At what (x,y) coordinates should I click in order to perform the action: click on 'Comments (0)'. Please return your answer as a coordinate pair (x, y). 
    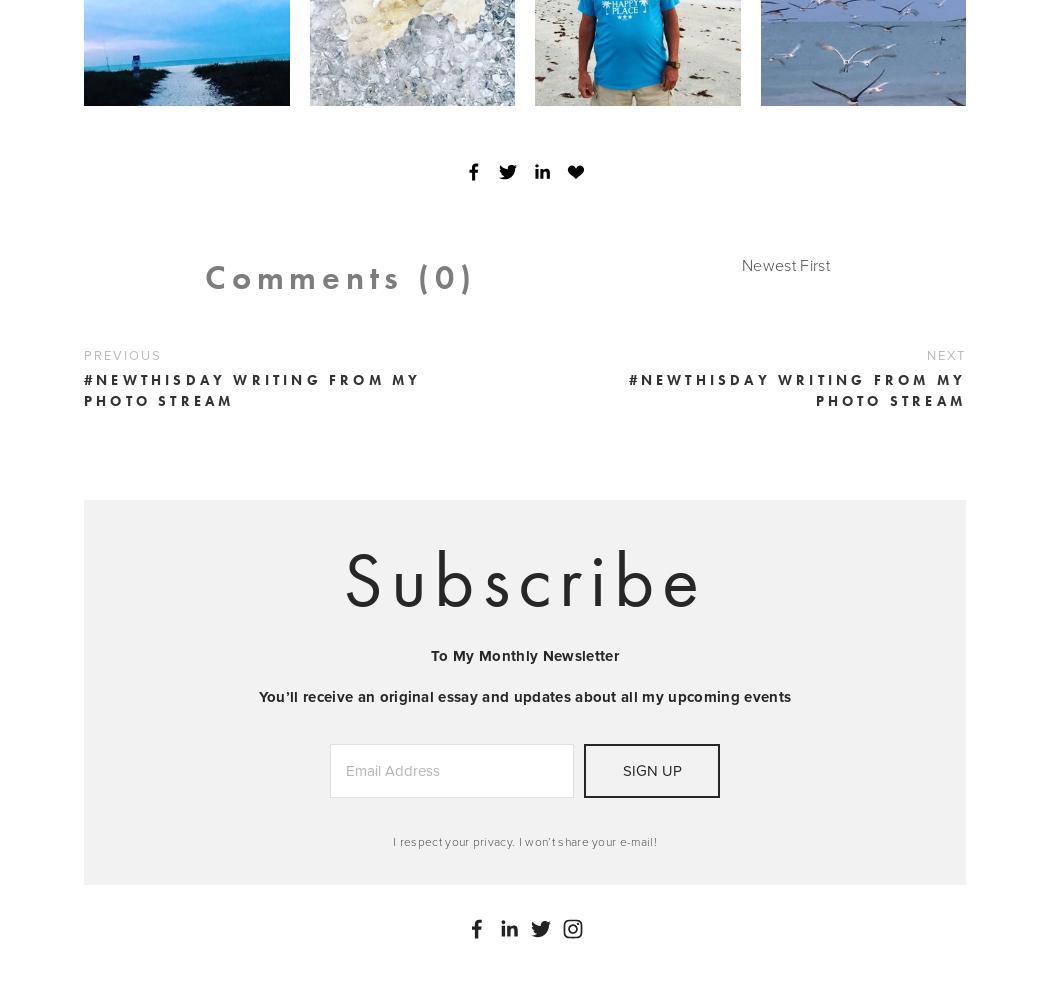
    Looking at the image, I should click on (339, 275).